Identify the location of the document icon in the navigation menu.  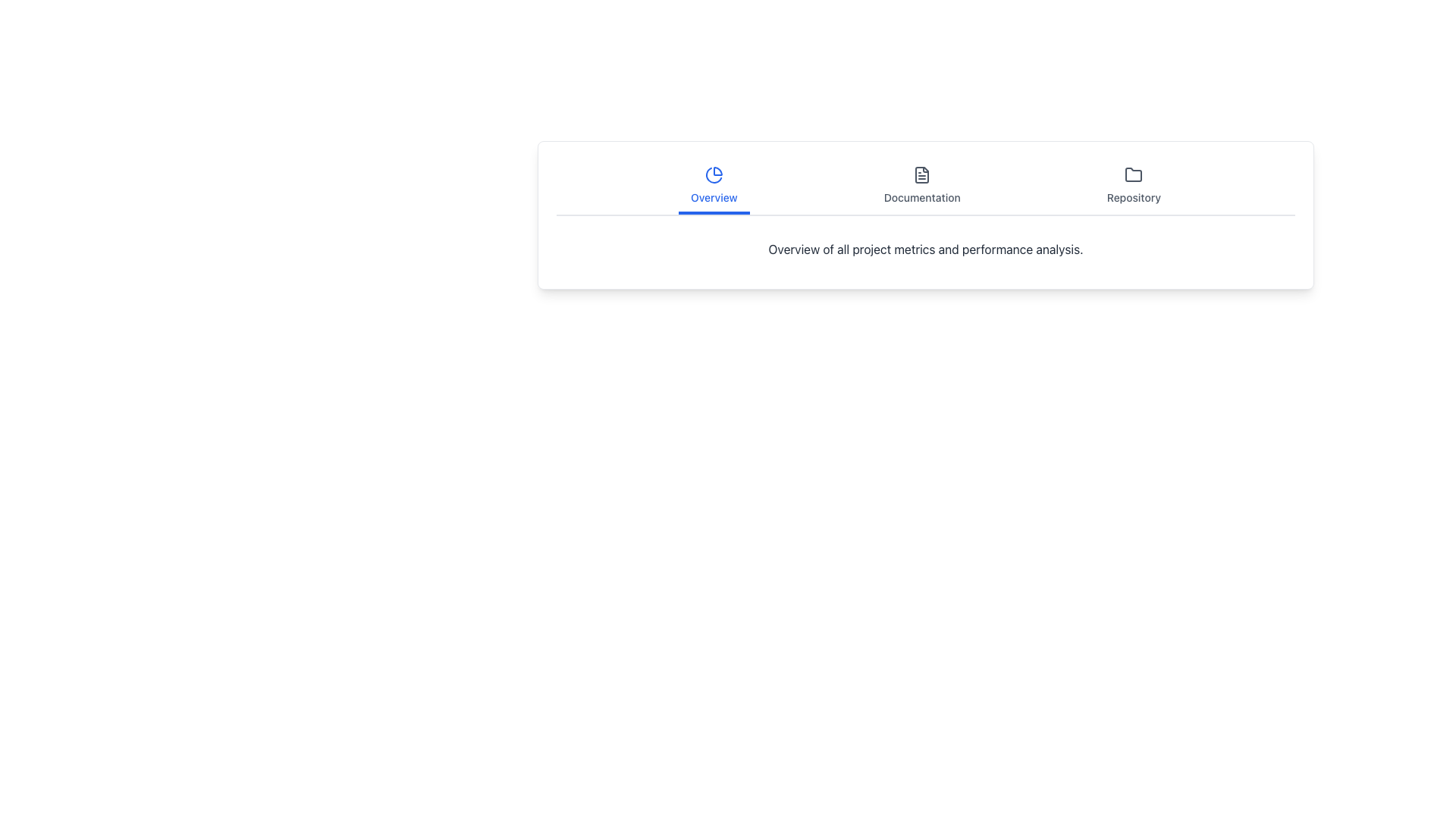
(921, 174).